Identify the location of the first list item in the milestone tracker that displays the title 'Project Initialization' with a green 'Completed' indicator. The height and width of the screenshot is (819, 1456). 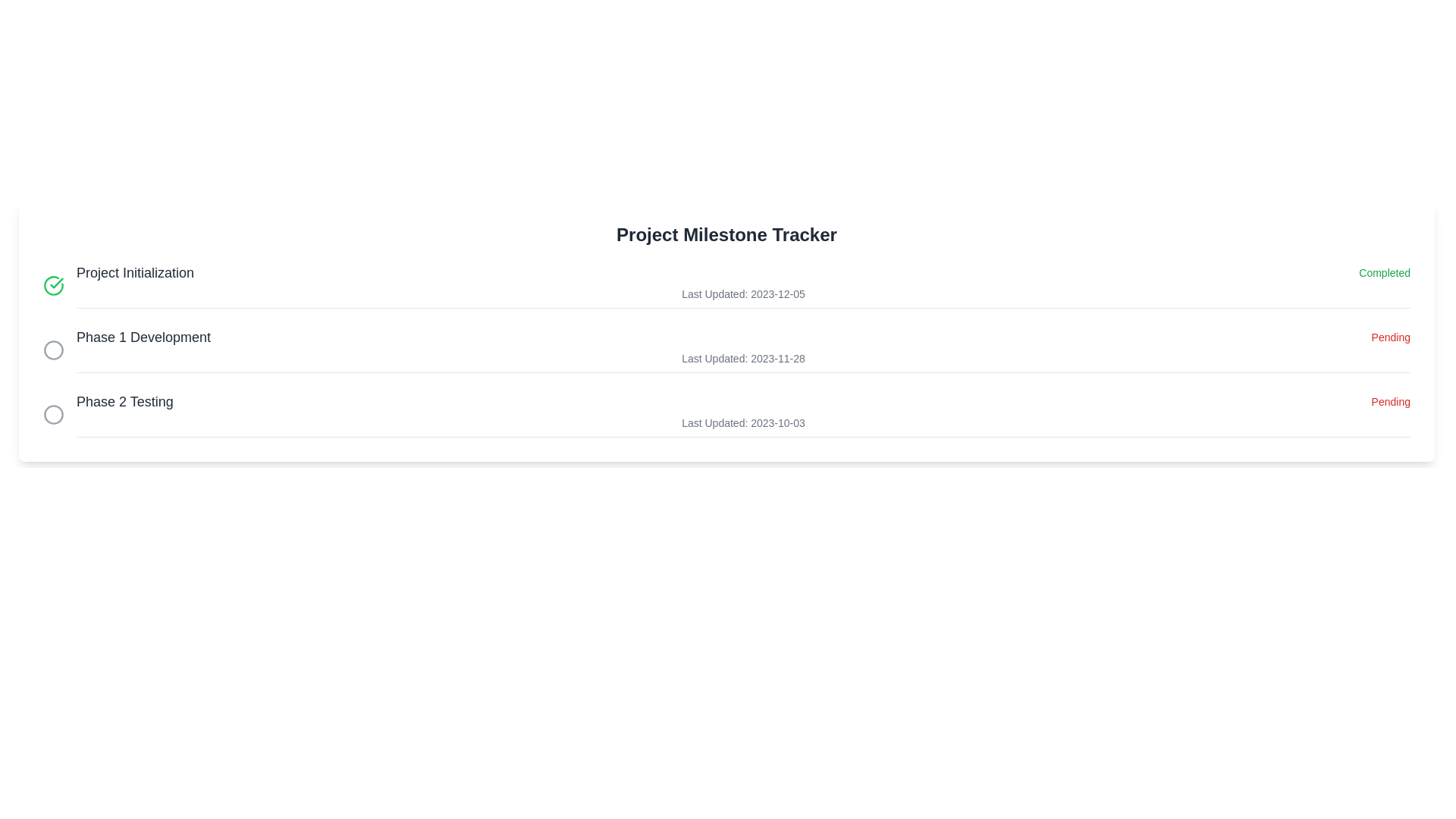
(743, 285).